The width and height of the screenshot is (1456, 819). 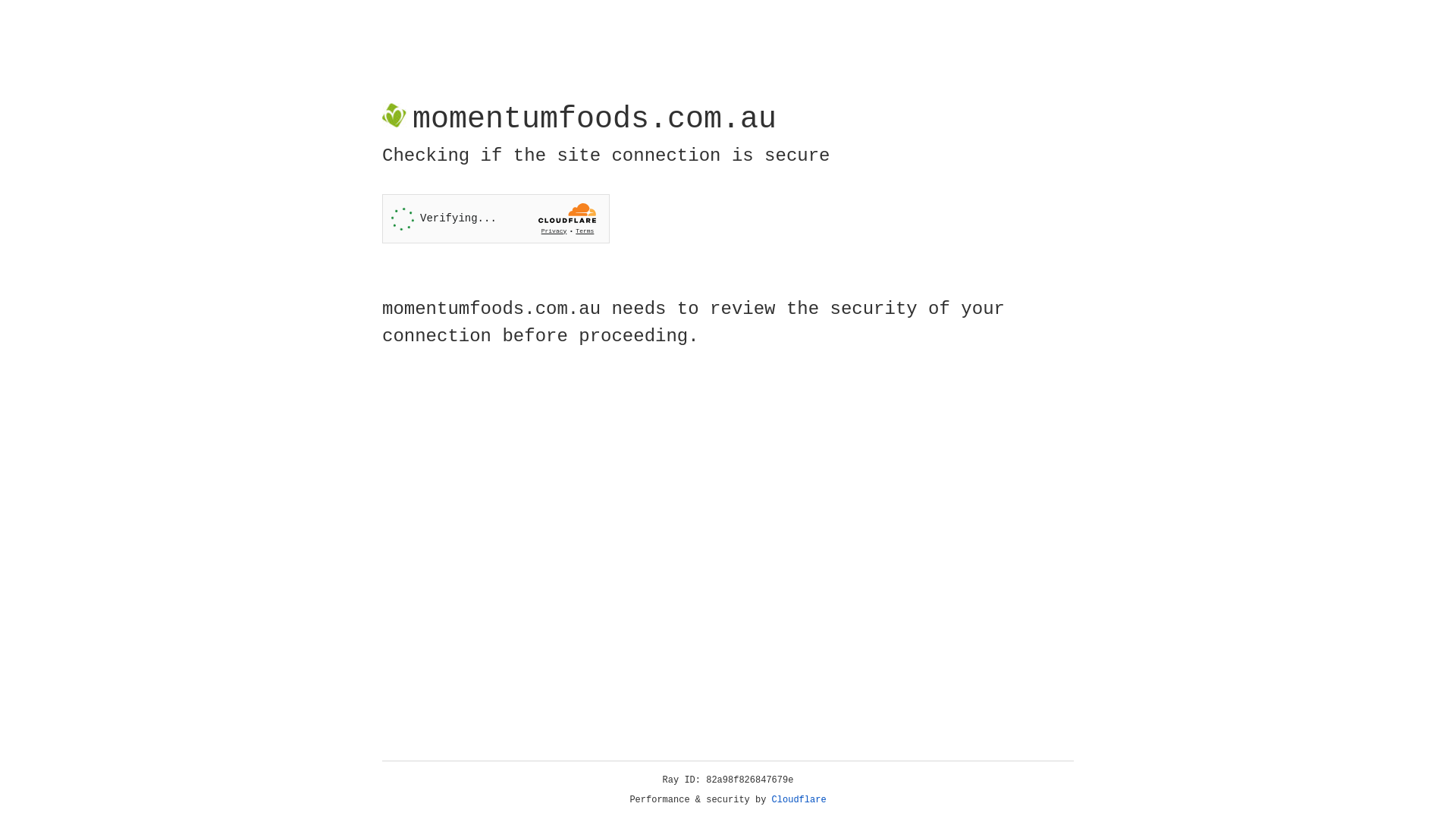 I want to click on 'Cloudflare', so click(x=799, y=799).